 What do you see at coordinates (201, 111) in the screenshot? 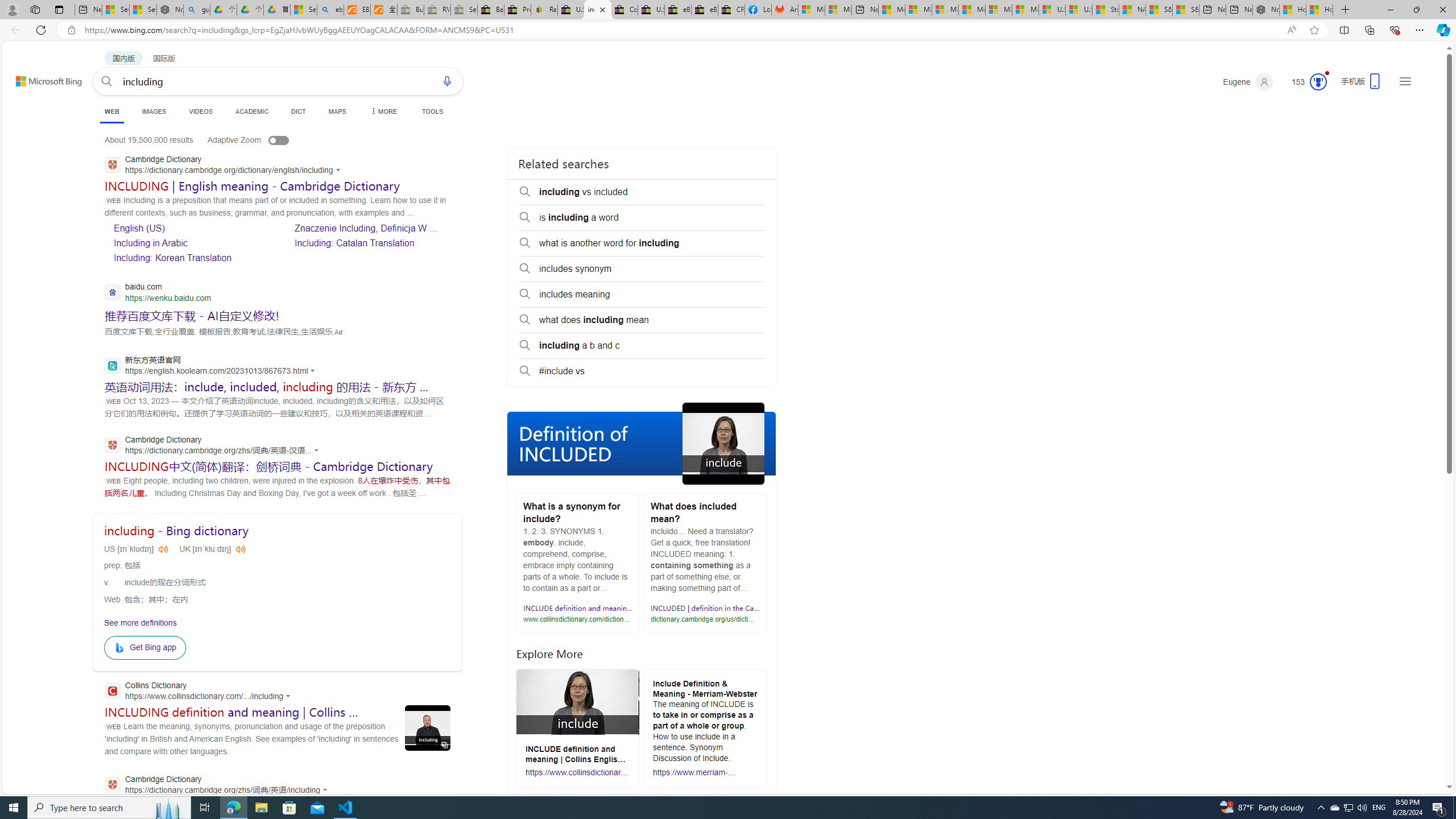
I see `'VIDEOS'` at bounding box center [201, 111].